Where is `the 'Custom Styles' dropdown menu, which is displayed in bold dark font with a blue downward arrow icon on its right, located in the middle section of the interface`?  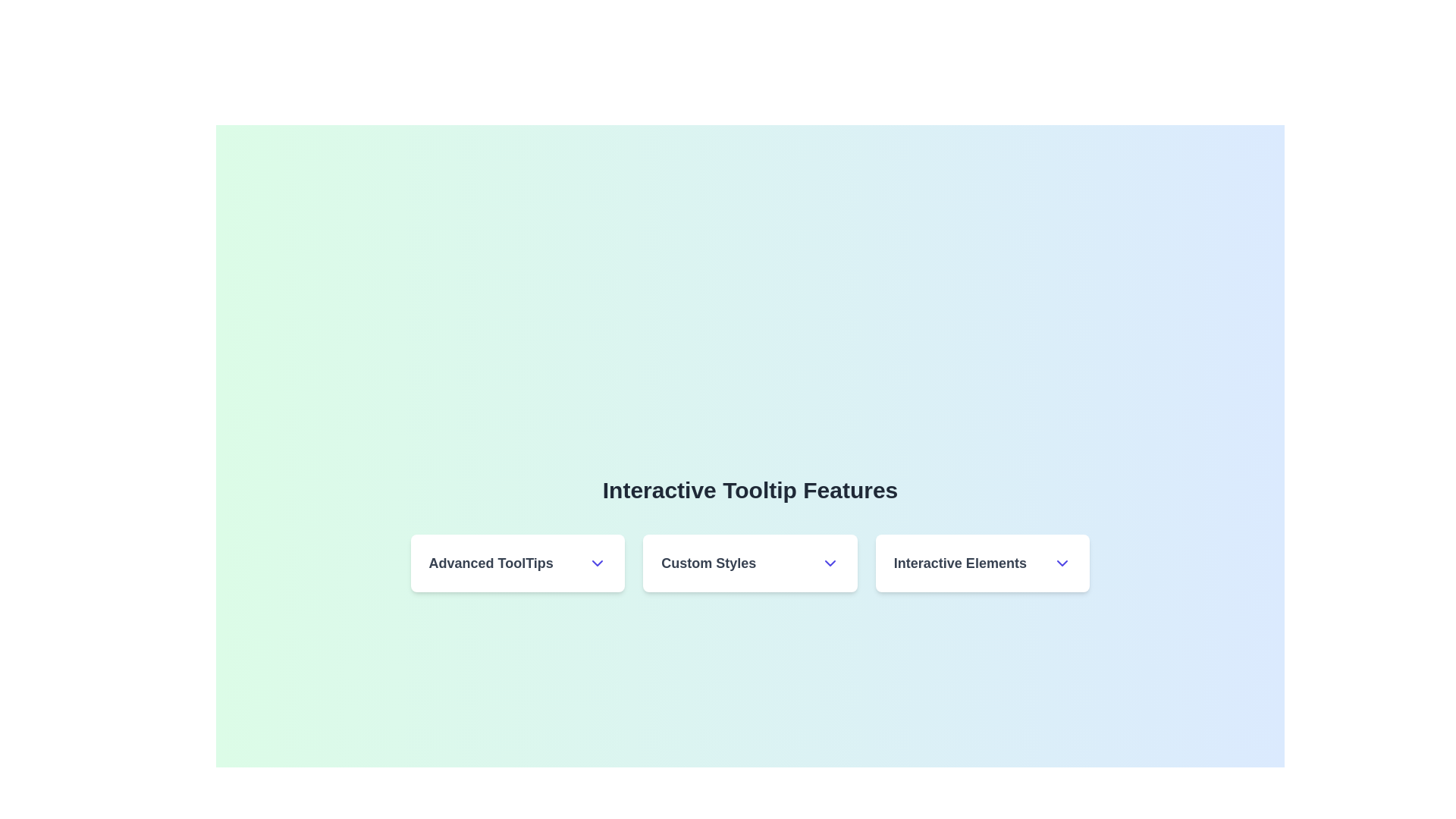
the 'Custom Styles' dropdown menu, which is displayed in bold dark font with a blue downward arrow icon on its right, located in the middle section of the interface is located at coordinates (750, 563).